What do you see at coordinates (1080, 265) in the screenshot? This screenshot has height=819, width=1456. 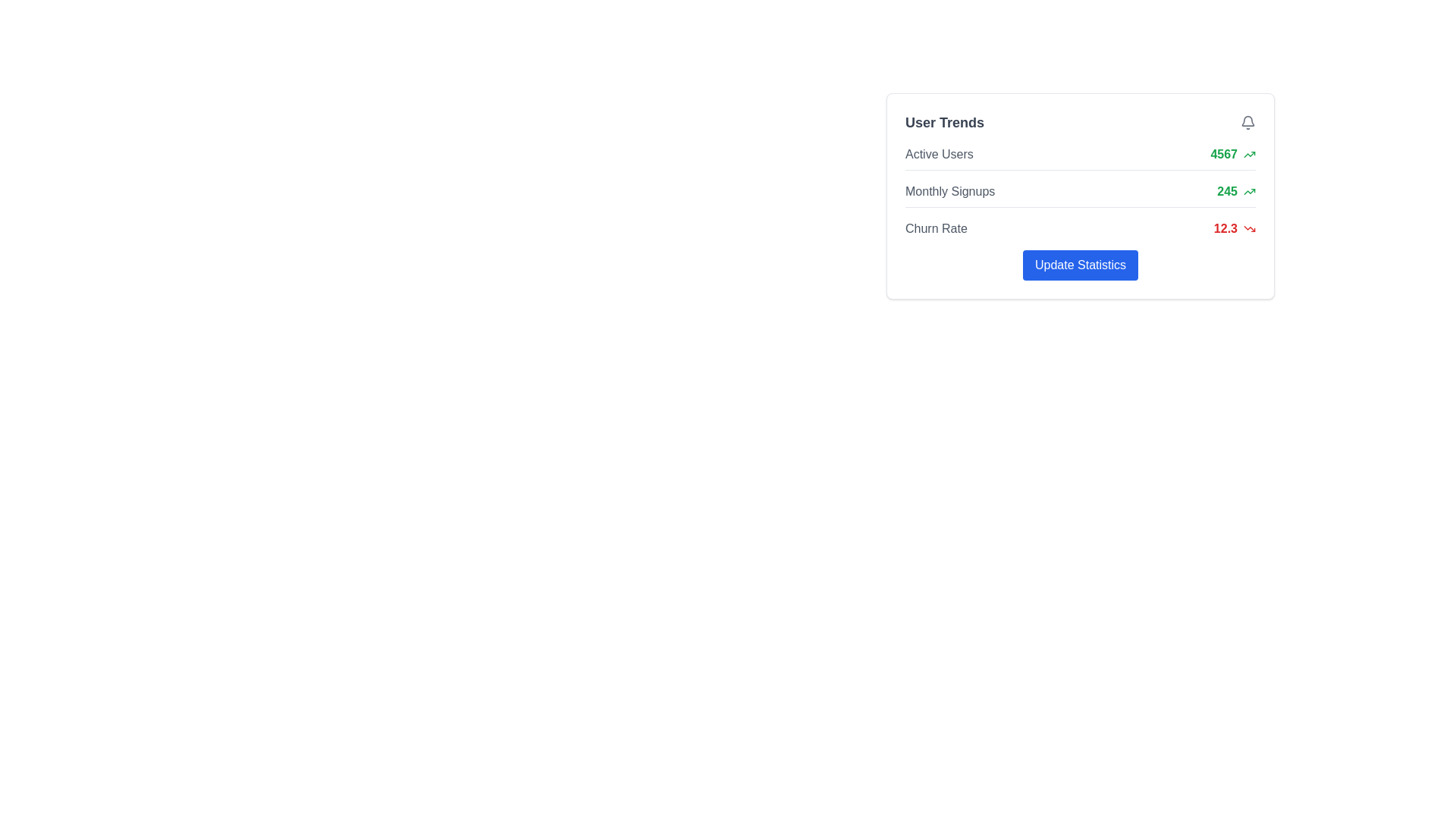 I see `the blue button labeled 'Update Statistics' located at the bottom of the 'User Trends' card to update statistics` at bounding box center [1080, 265].